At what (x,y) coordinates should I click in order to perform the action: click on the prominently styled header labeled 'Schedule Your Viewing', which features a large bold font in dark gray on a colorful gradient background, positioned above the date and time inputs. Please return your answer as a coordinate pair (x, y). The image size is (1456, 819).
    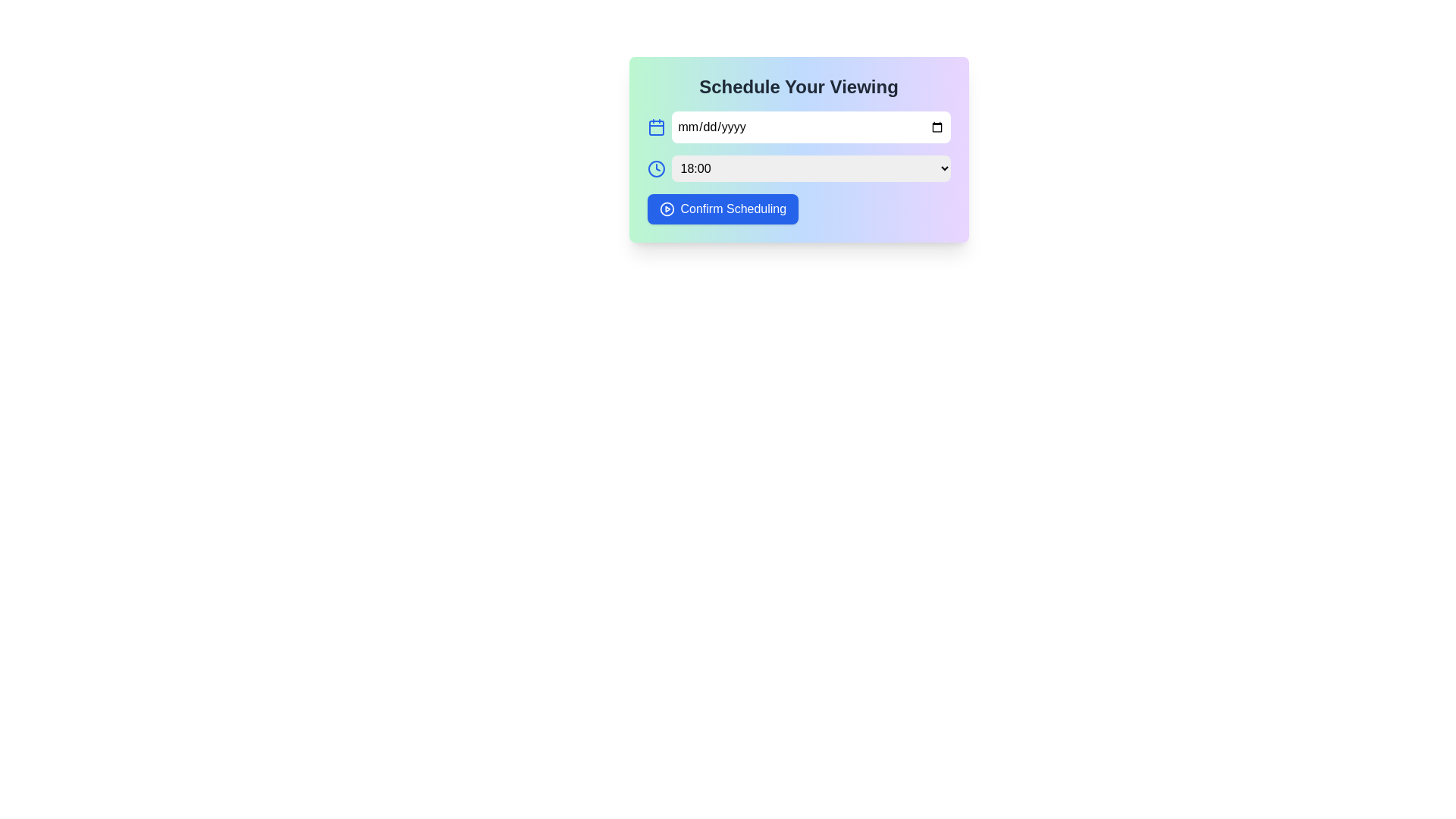
    Looking at the image, I should click on (798, 87).